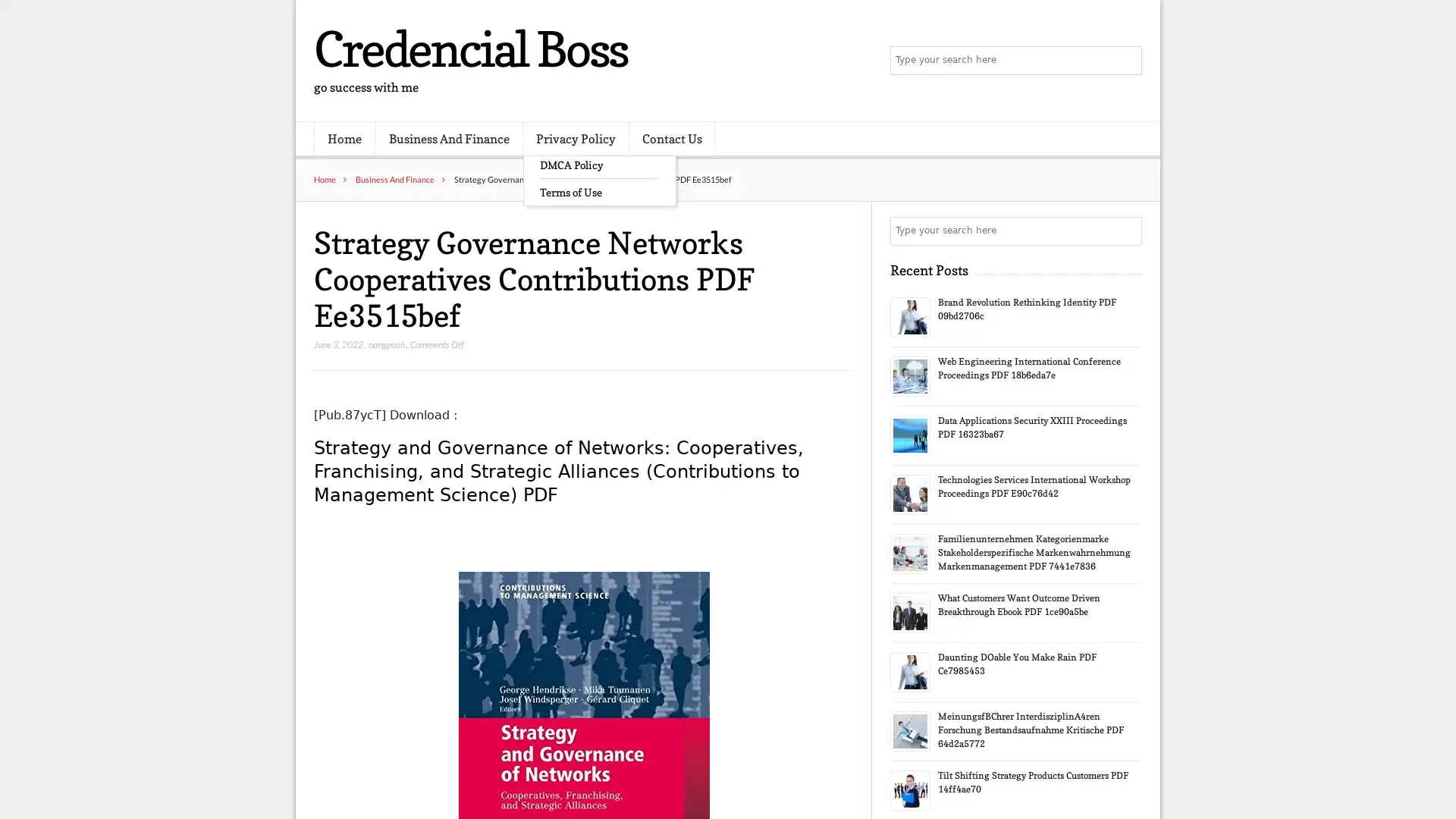  I want to click on Search, so click(1126, 231).